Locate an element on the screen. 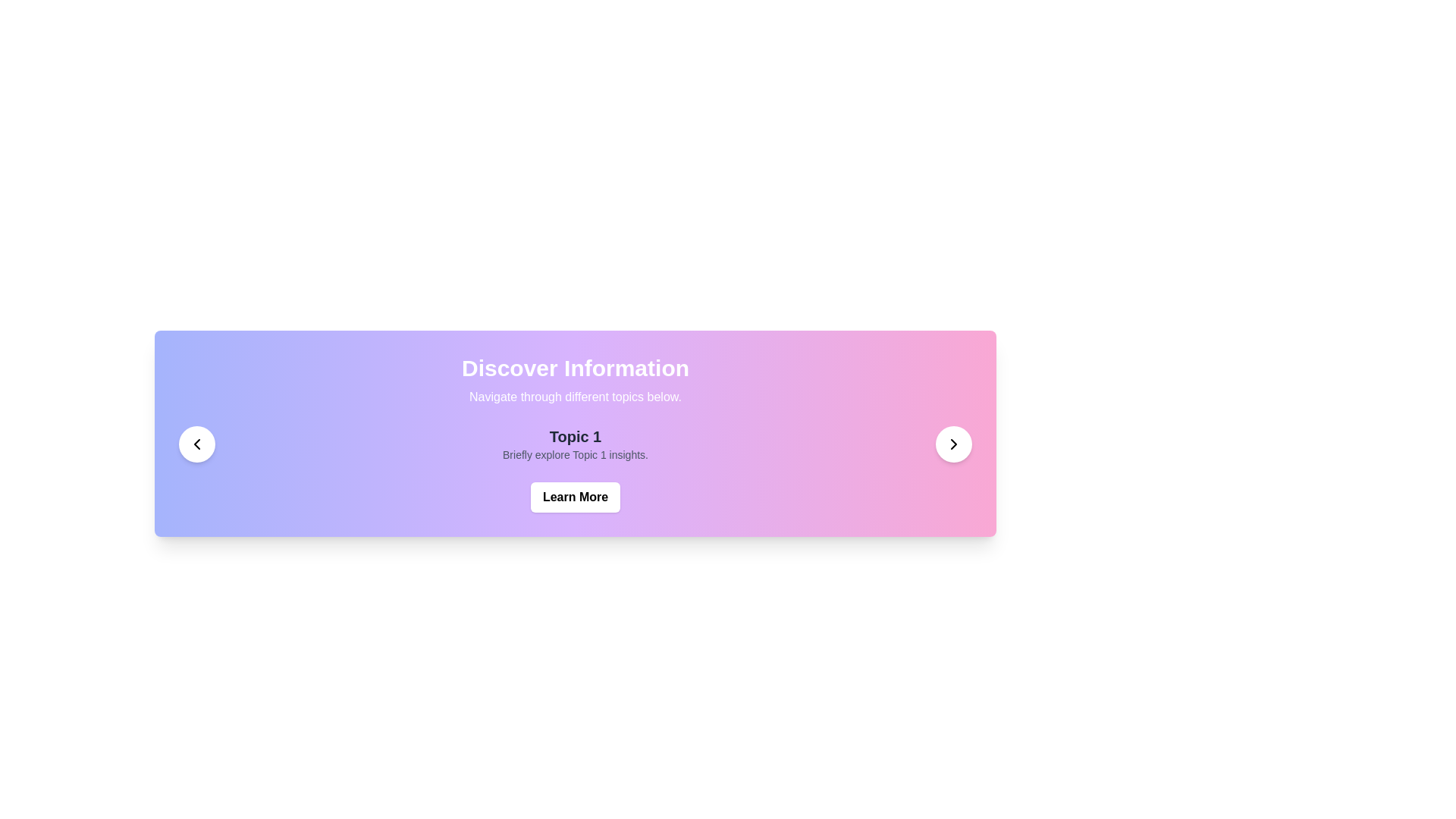  the text label that reads 'Navigate through different topics below.' which is centered in a pink-to-purple gradient background banner, located below the heading 'Discover Information.' is located at coordinates (574, 397).